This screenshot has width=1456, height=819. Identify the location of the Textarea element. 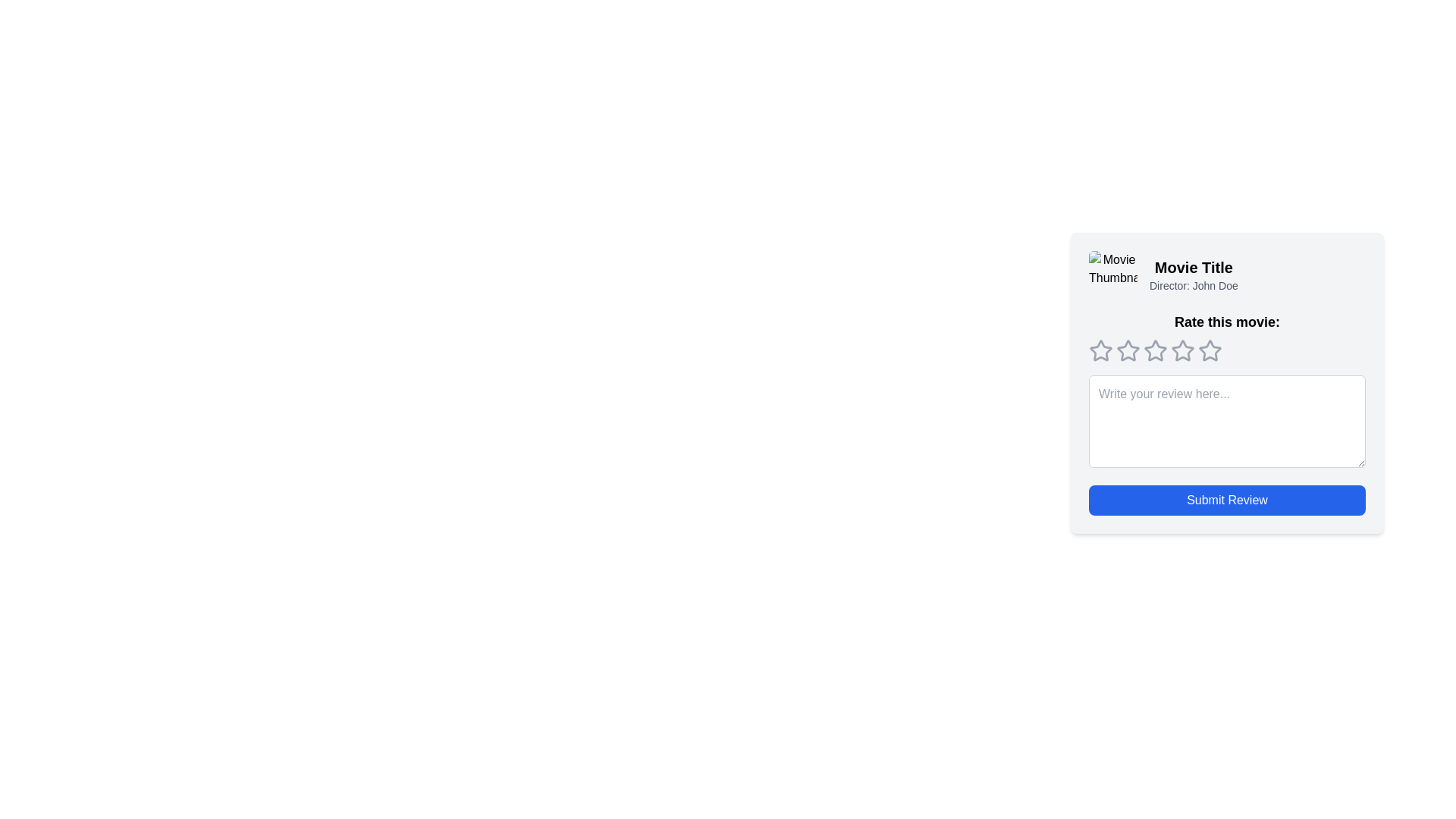
(1227, 421).